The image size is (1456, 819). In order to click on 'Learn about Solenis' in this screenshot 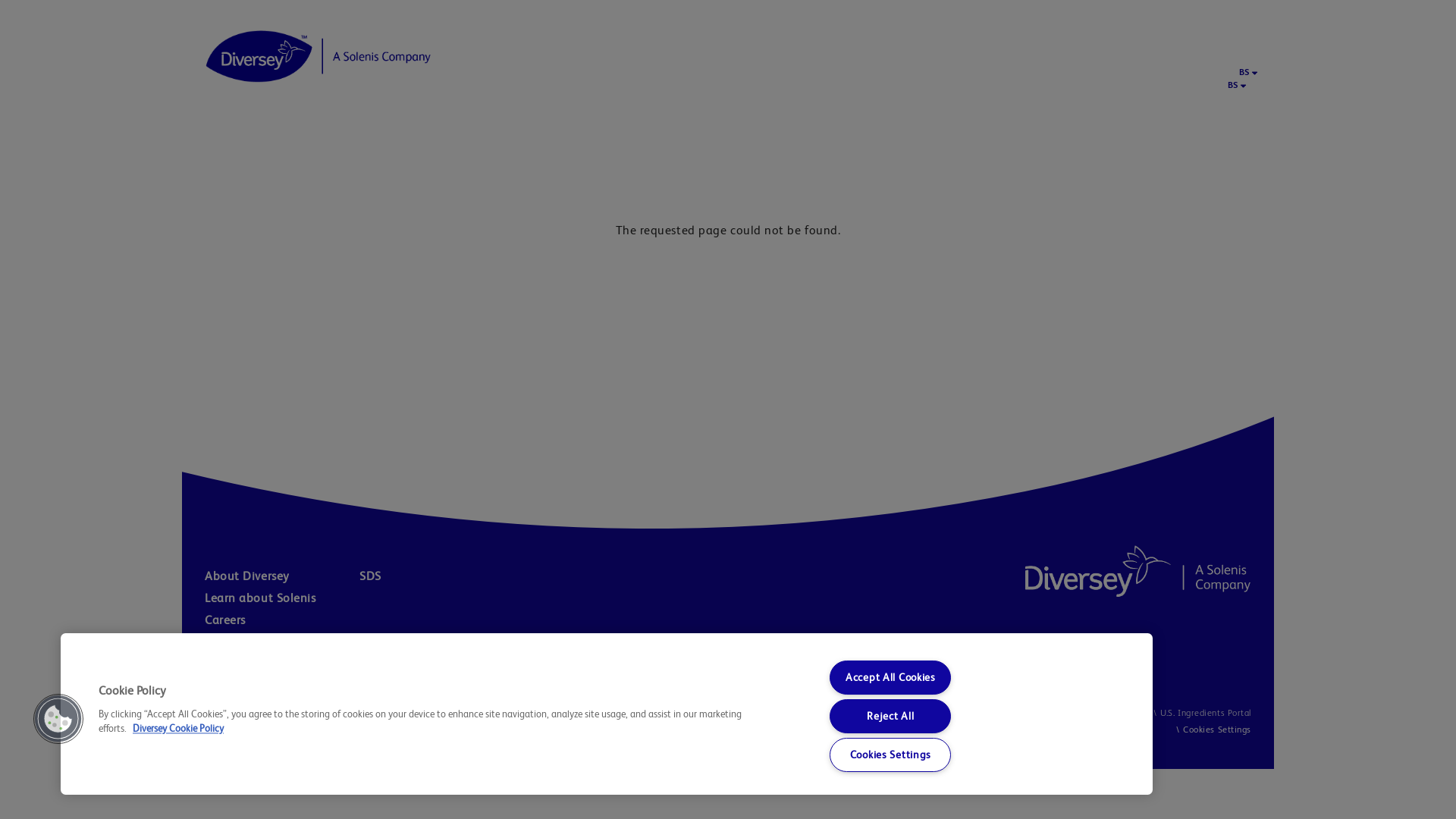, I will do `click(278, 598)`.